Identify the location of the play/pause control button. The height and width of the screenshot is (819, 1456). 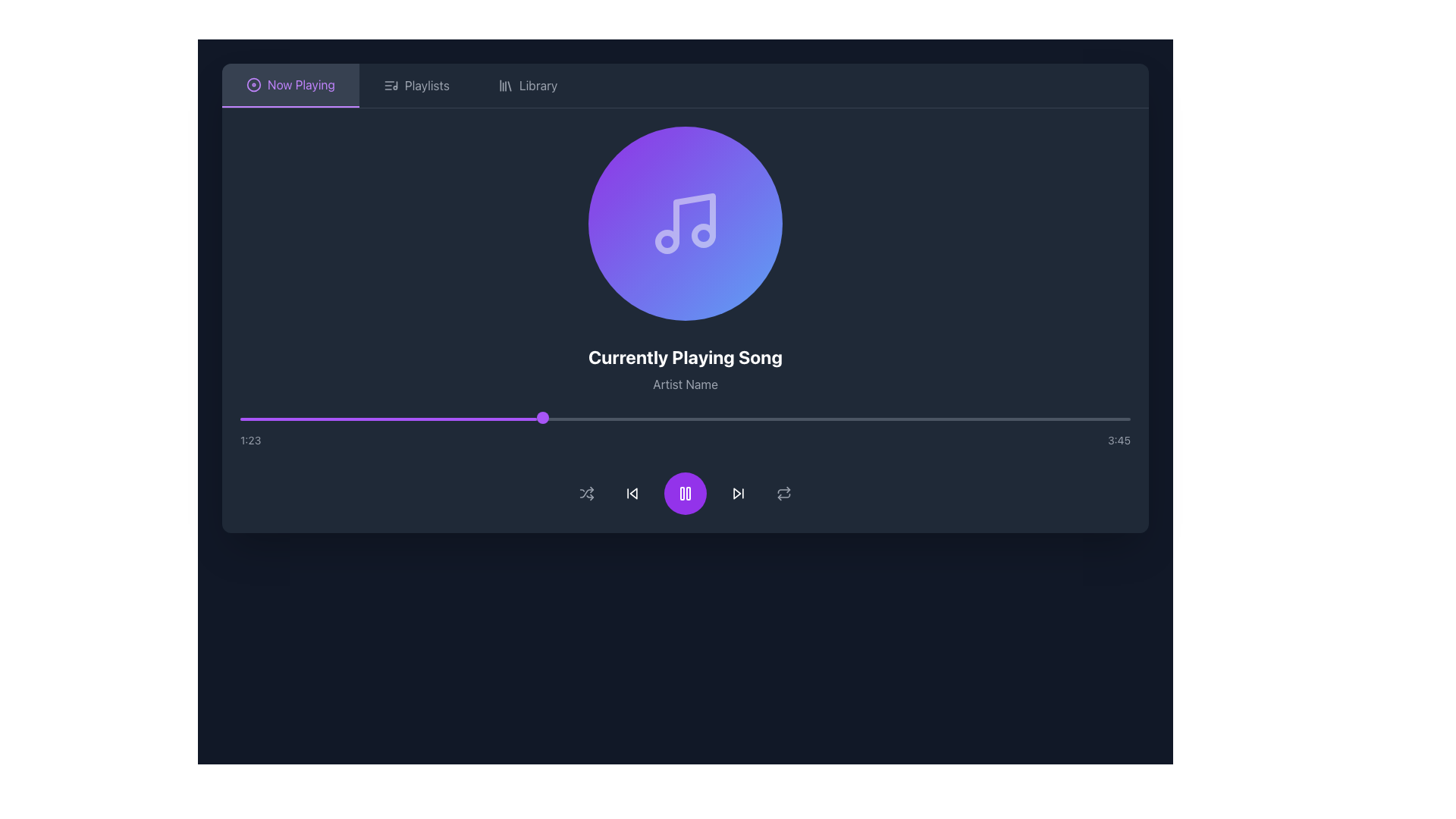
(684, 494).